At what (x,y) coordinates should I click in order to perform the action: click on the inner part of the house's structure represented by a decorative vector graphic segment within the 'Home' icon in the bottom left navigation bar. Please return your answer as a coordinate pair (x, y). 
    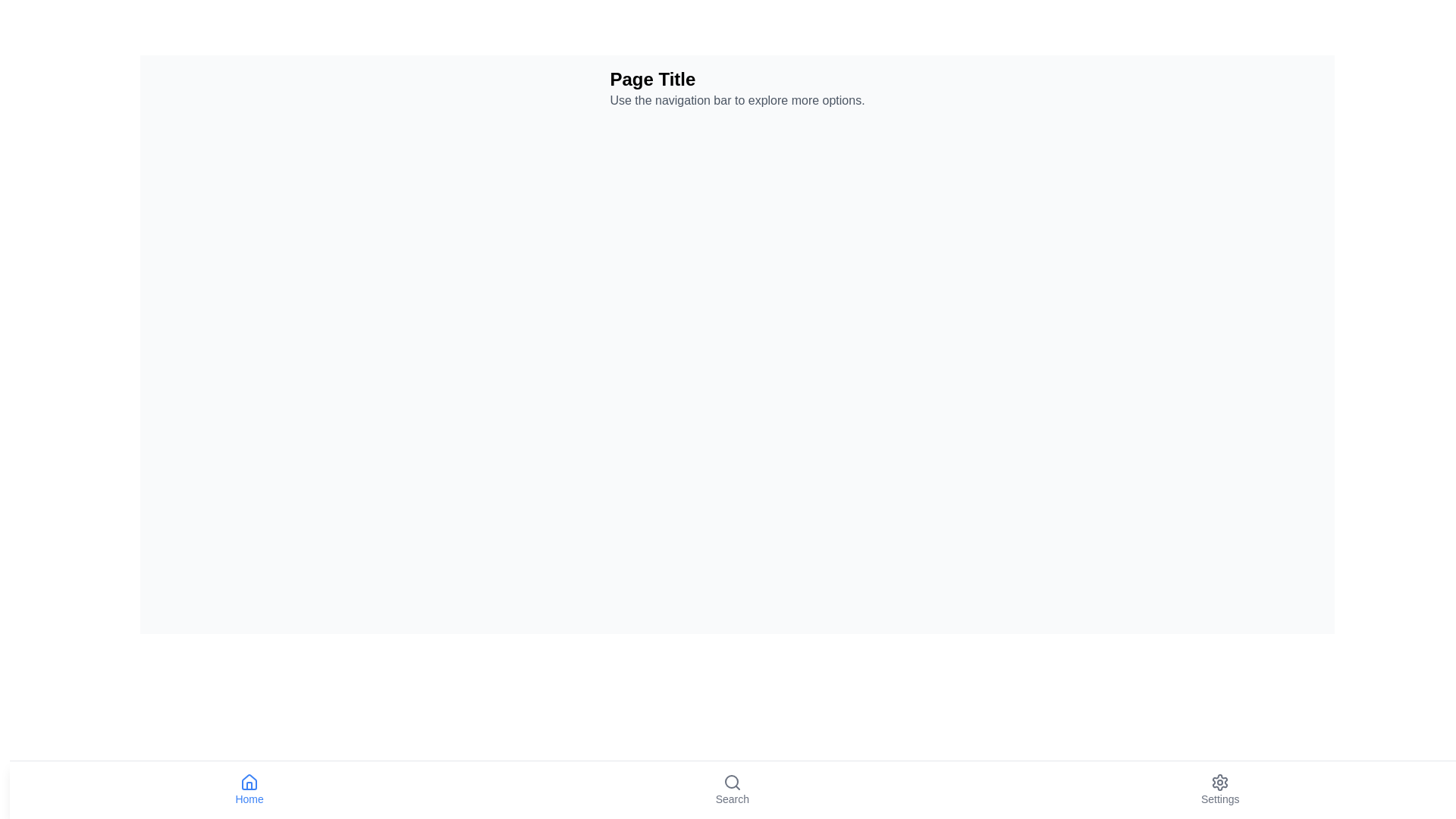
    Looking at the image, I should click on (249, 785).